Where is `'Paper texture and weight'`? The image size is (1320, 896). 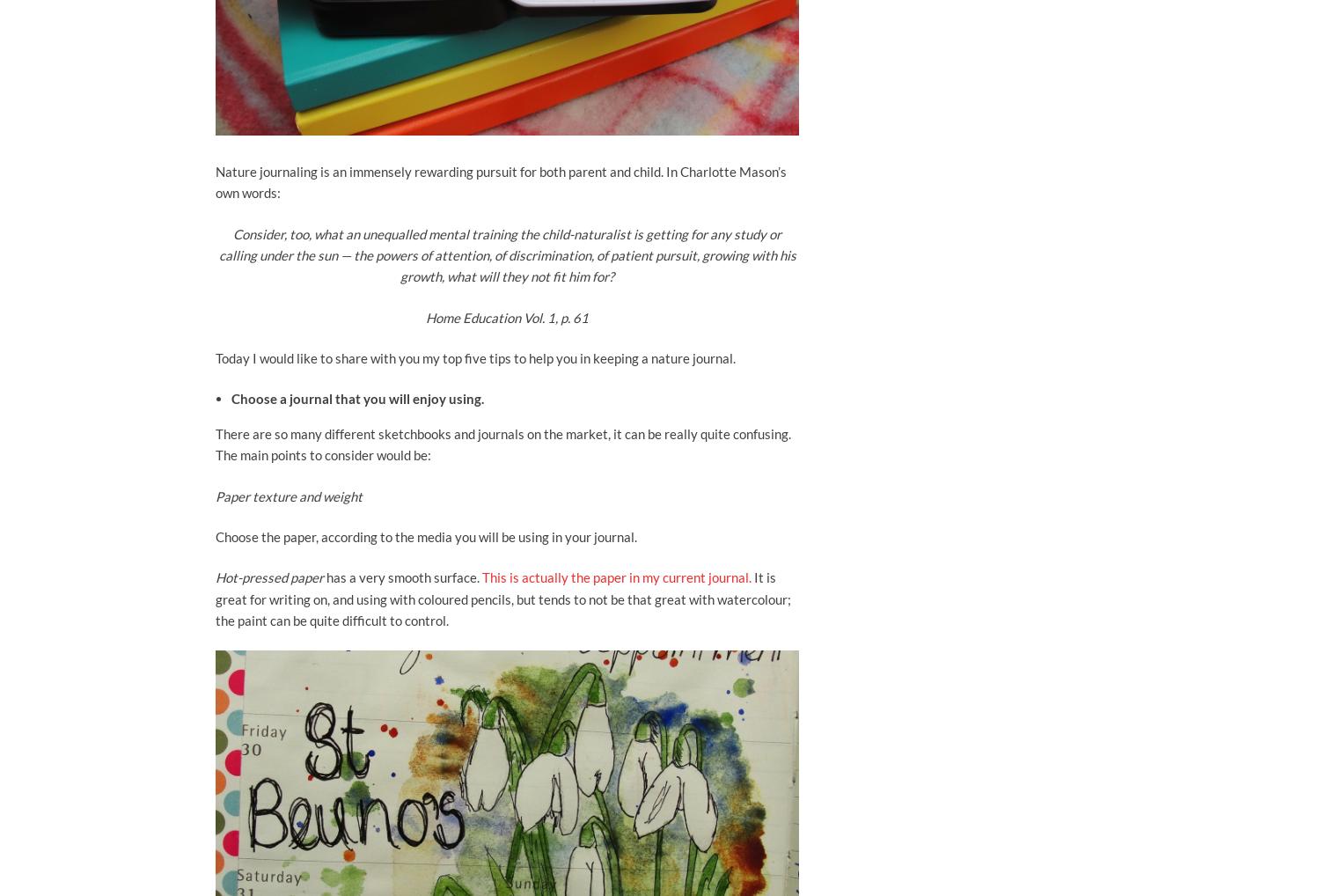 'Paper texture and weight' is located at coordinates (214, 495).